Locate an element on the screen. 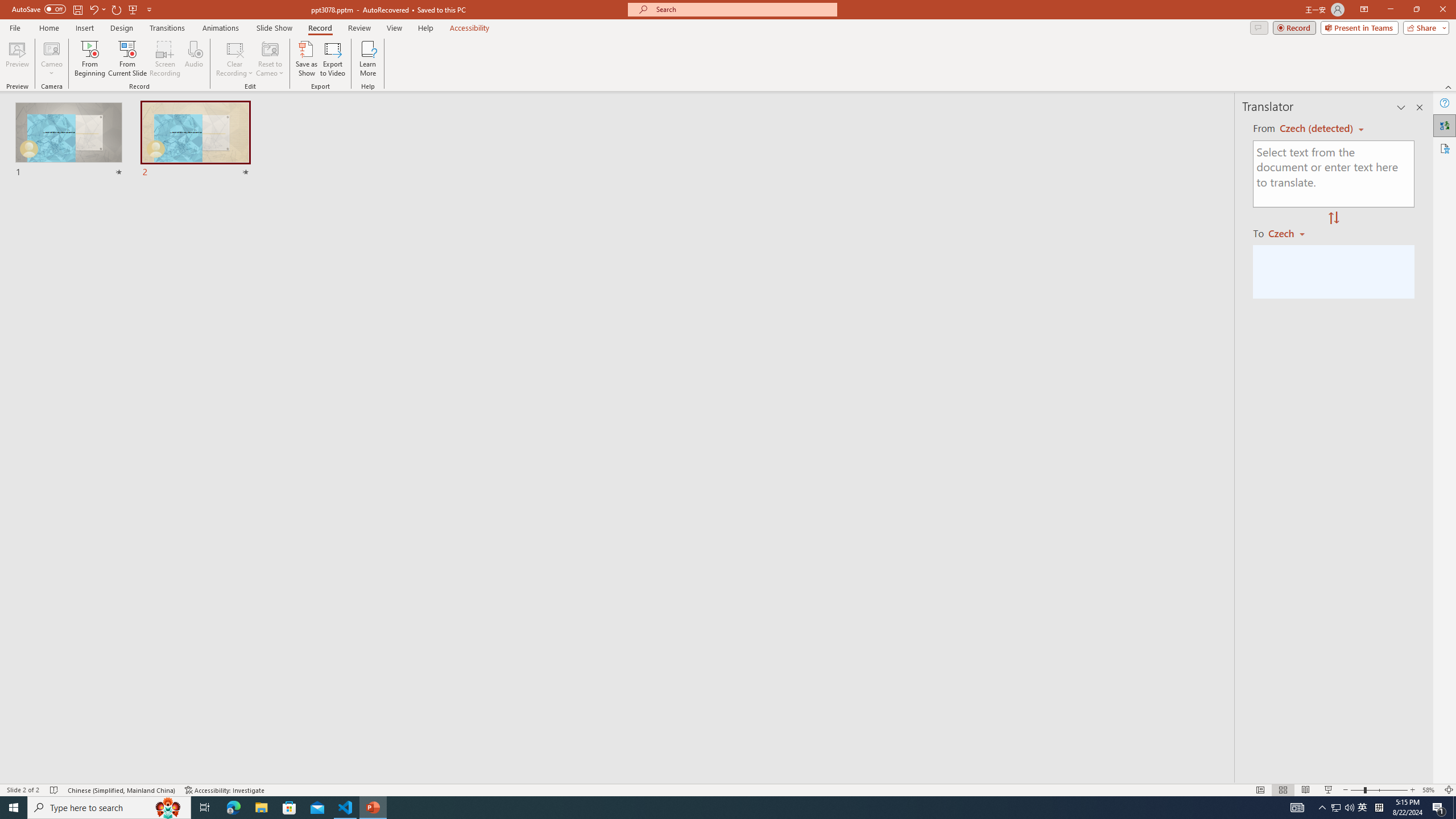 The width and height of the screenshot is (1456, 819). 'Reset to Cameo' is located at coordinates (269, 59).